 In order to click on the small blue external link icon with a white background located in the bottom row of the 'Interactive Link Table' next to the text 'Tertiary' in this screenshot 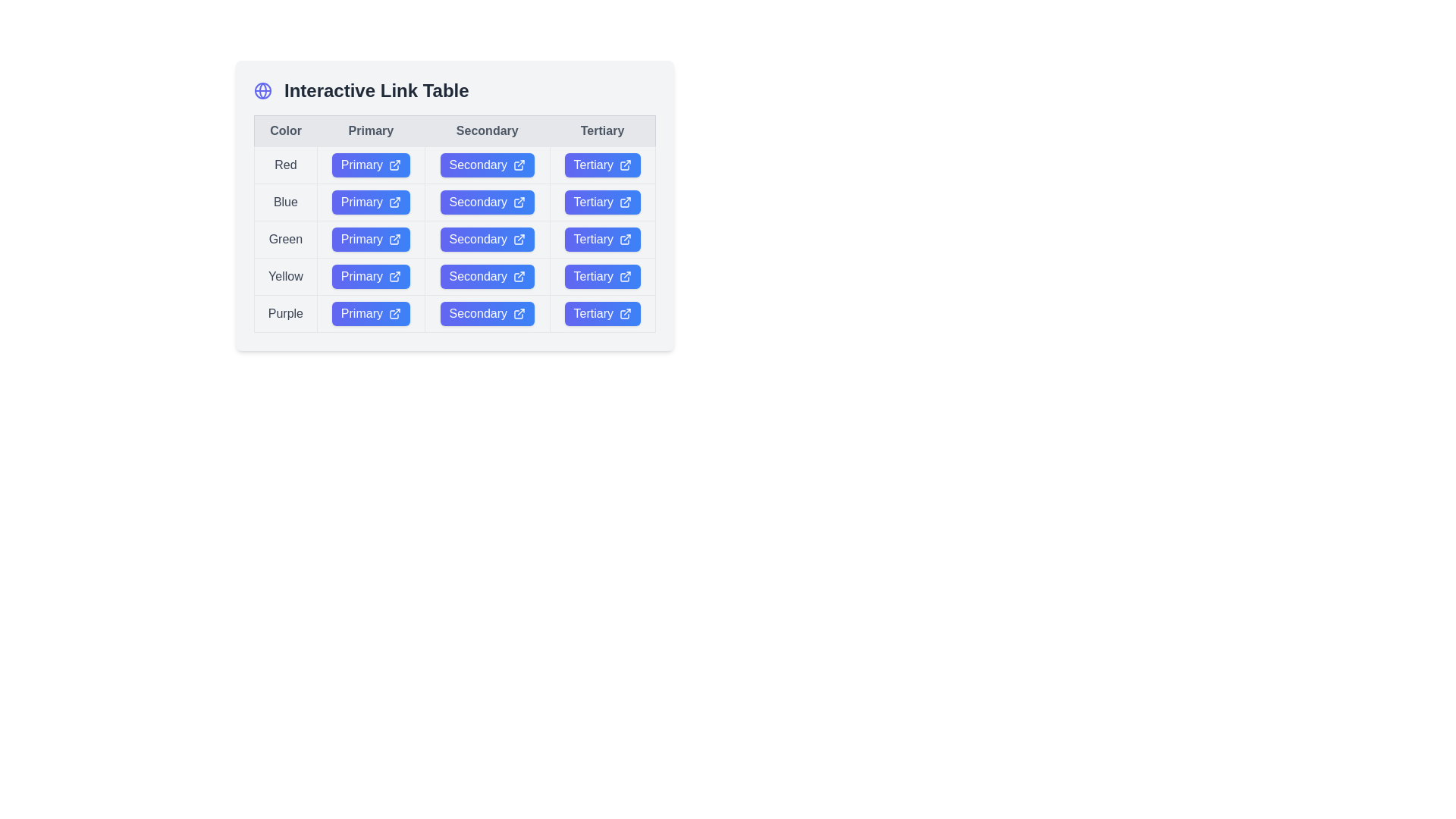, I will do `click(626, 312)`.